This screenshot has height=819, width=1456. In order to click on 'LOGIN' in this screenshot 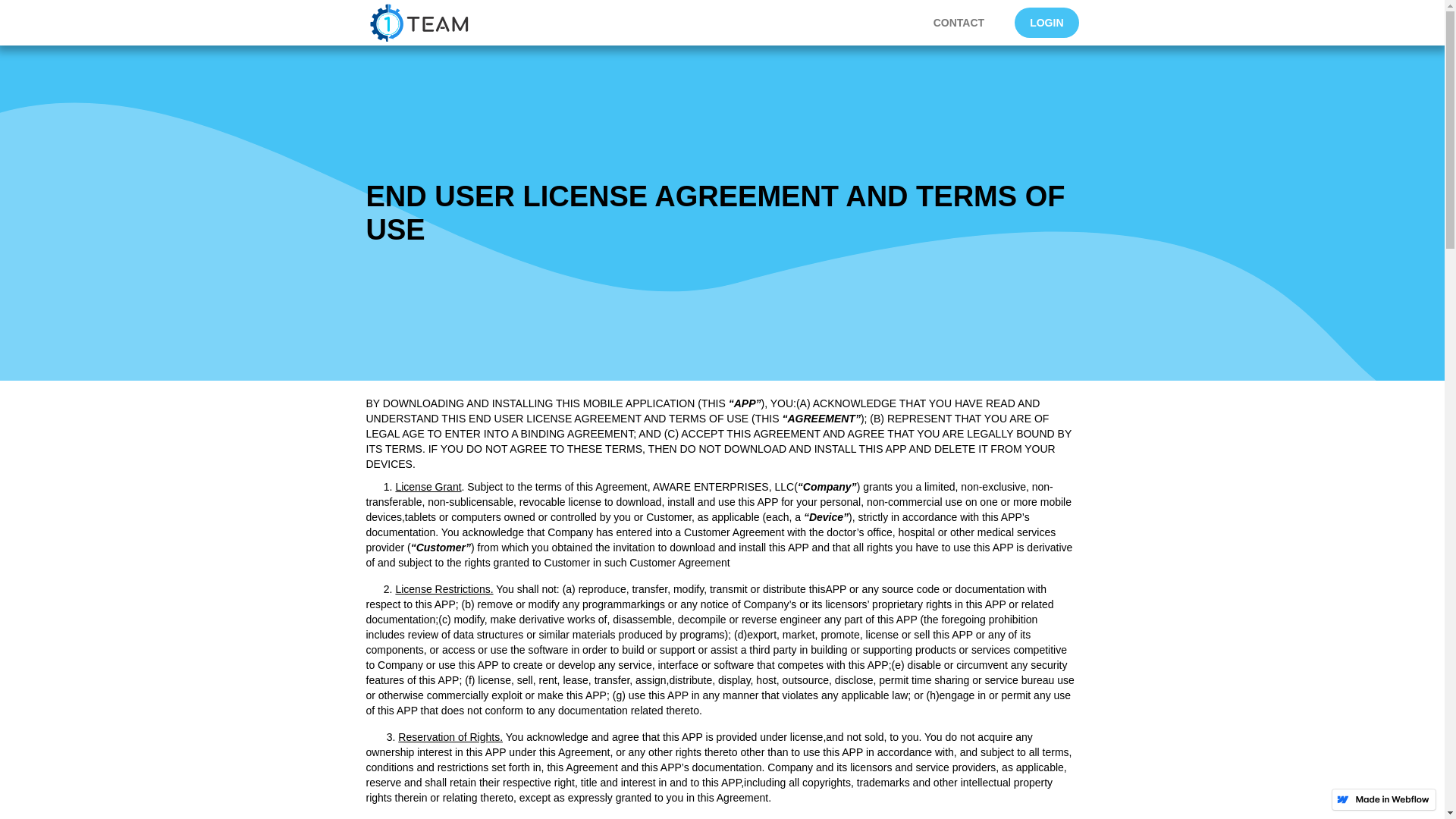, I will do `click(1046, 23)`.